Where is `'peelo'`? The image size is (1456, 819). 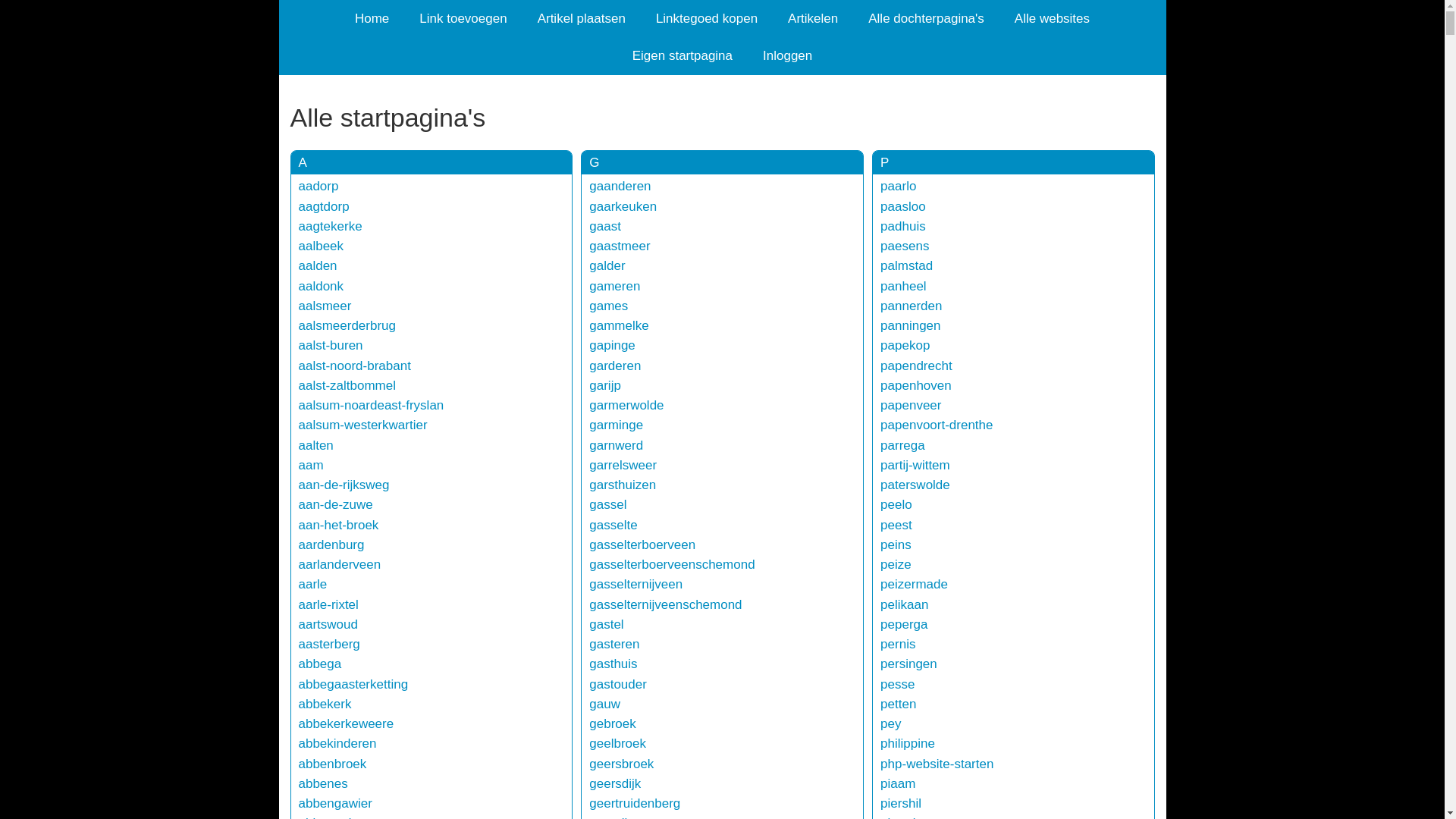 'peelo' is located at coordinates (880, 504).